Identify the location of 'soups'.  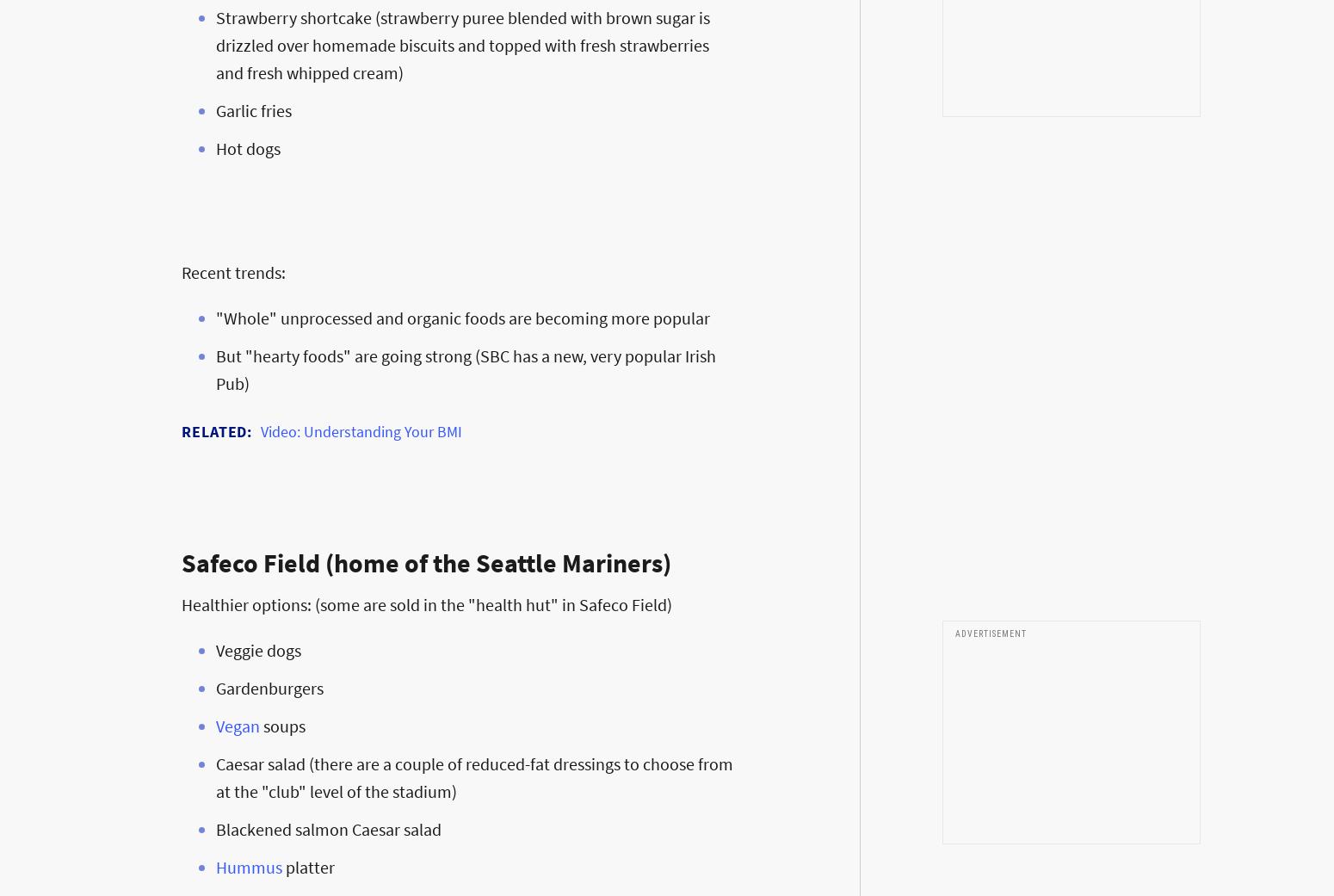
(281, 725).